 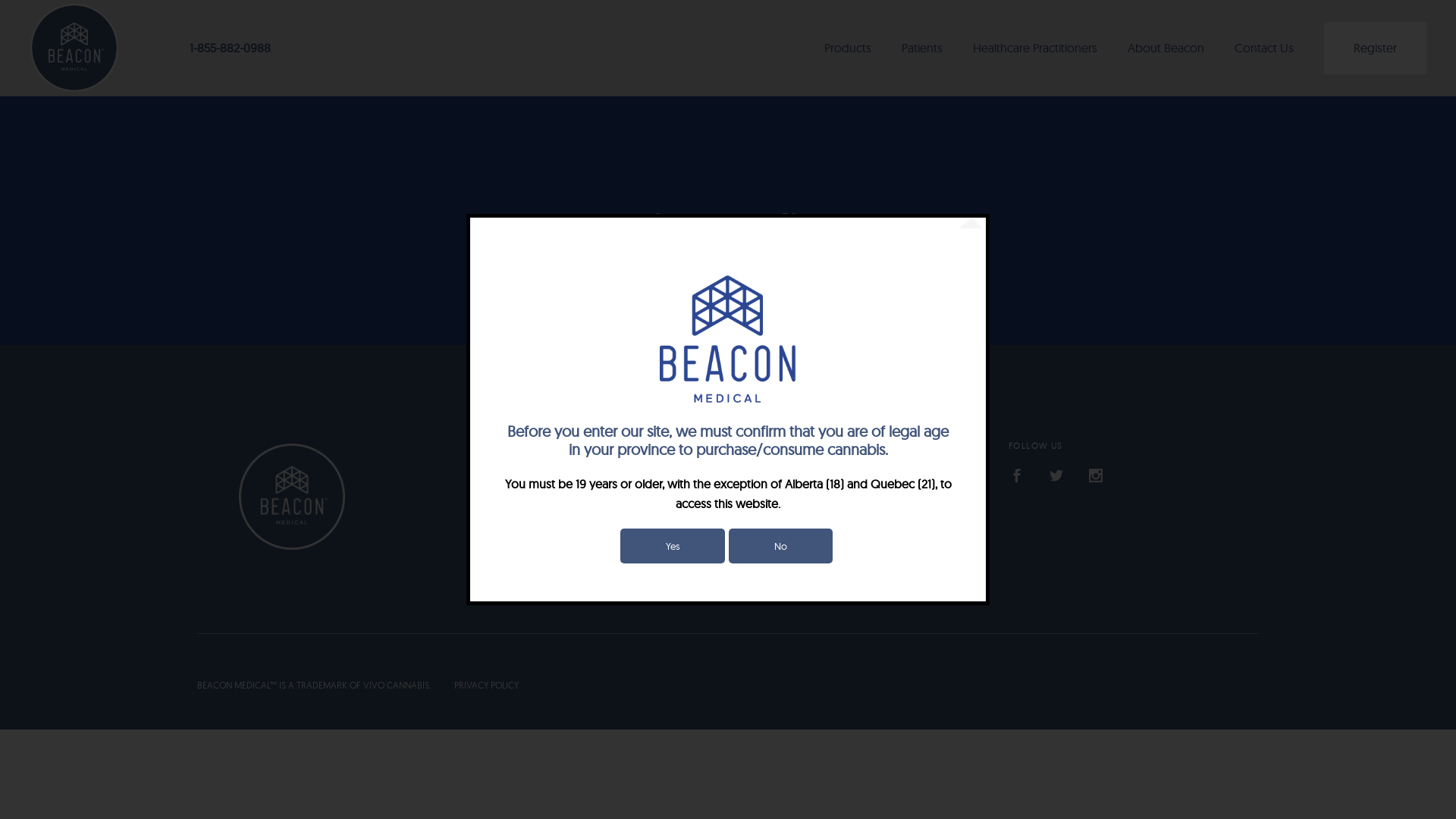 I want to click on 'Patients', so click(x=921, y=47).